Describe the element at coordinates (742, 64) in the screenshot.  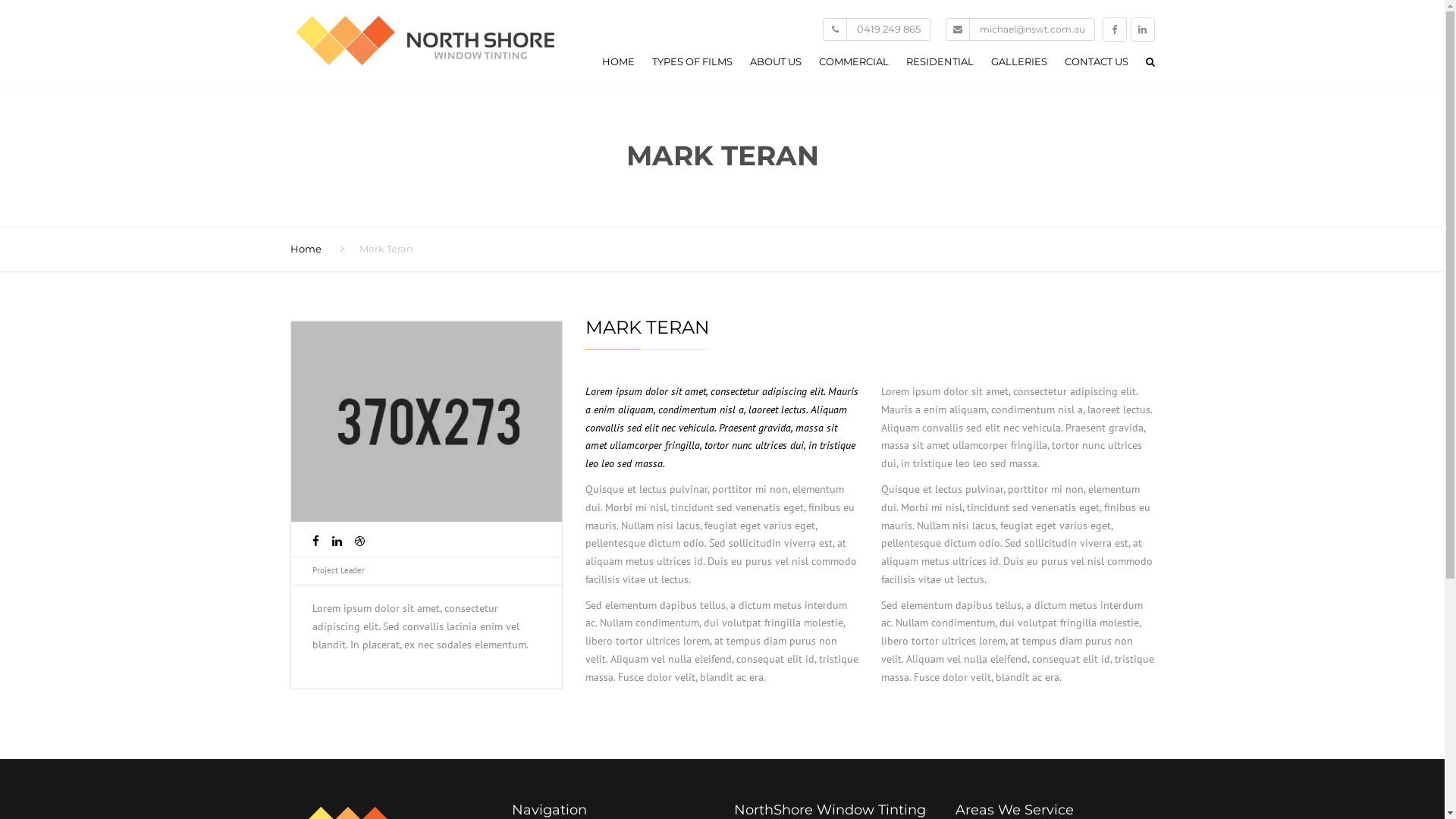
I see `'ABOUT US'` at that location.